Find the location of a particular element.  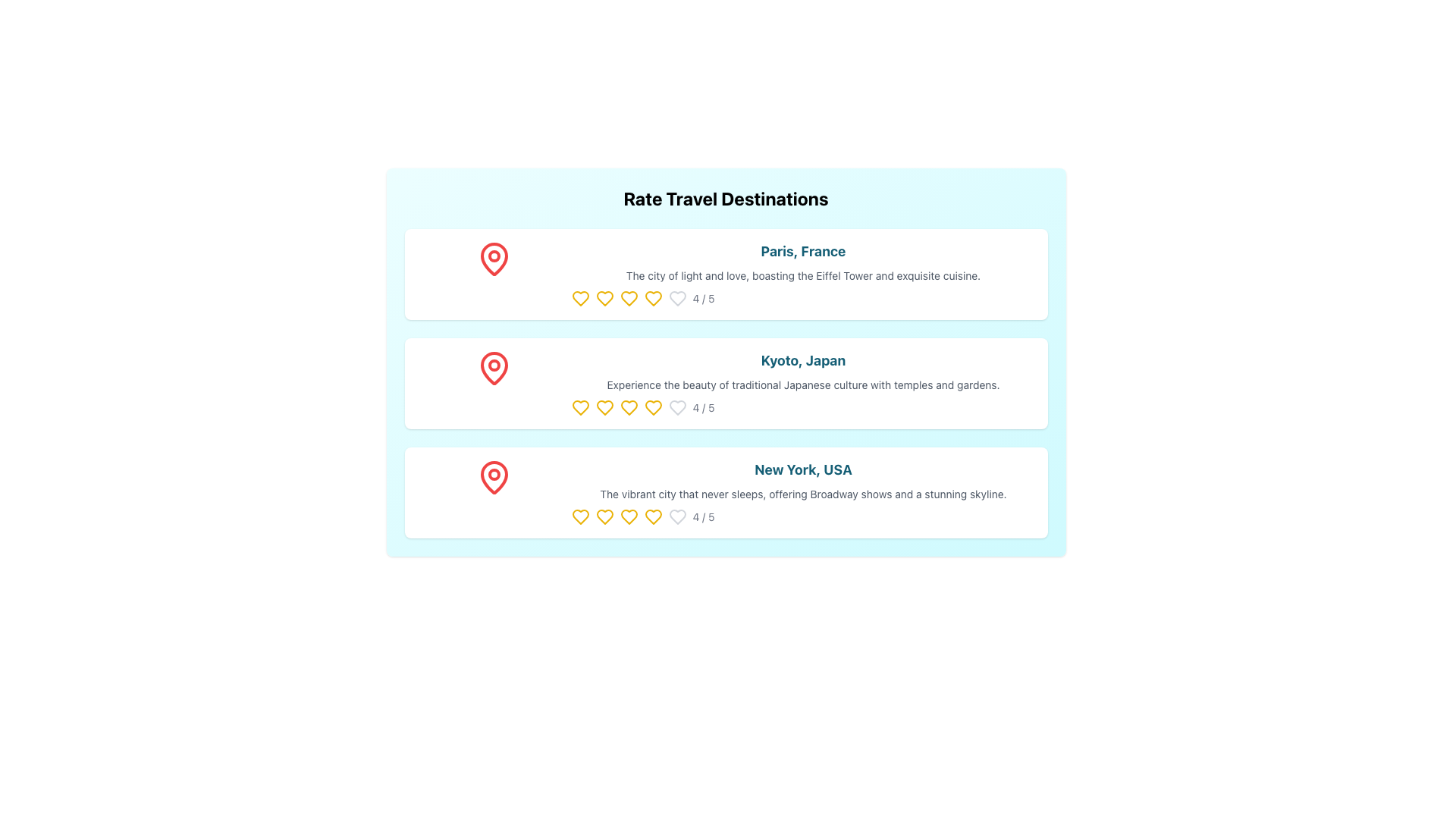

the fifth heart icon in the rating section below the text description of 'New York, USA.' is located at coordinates (579, 516).